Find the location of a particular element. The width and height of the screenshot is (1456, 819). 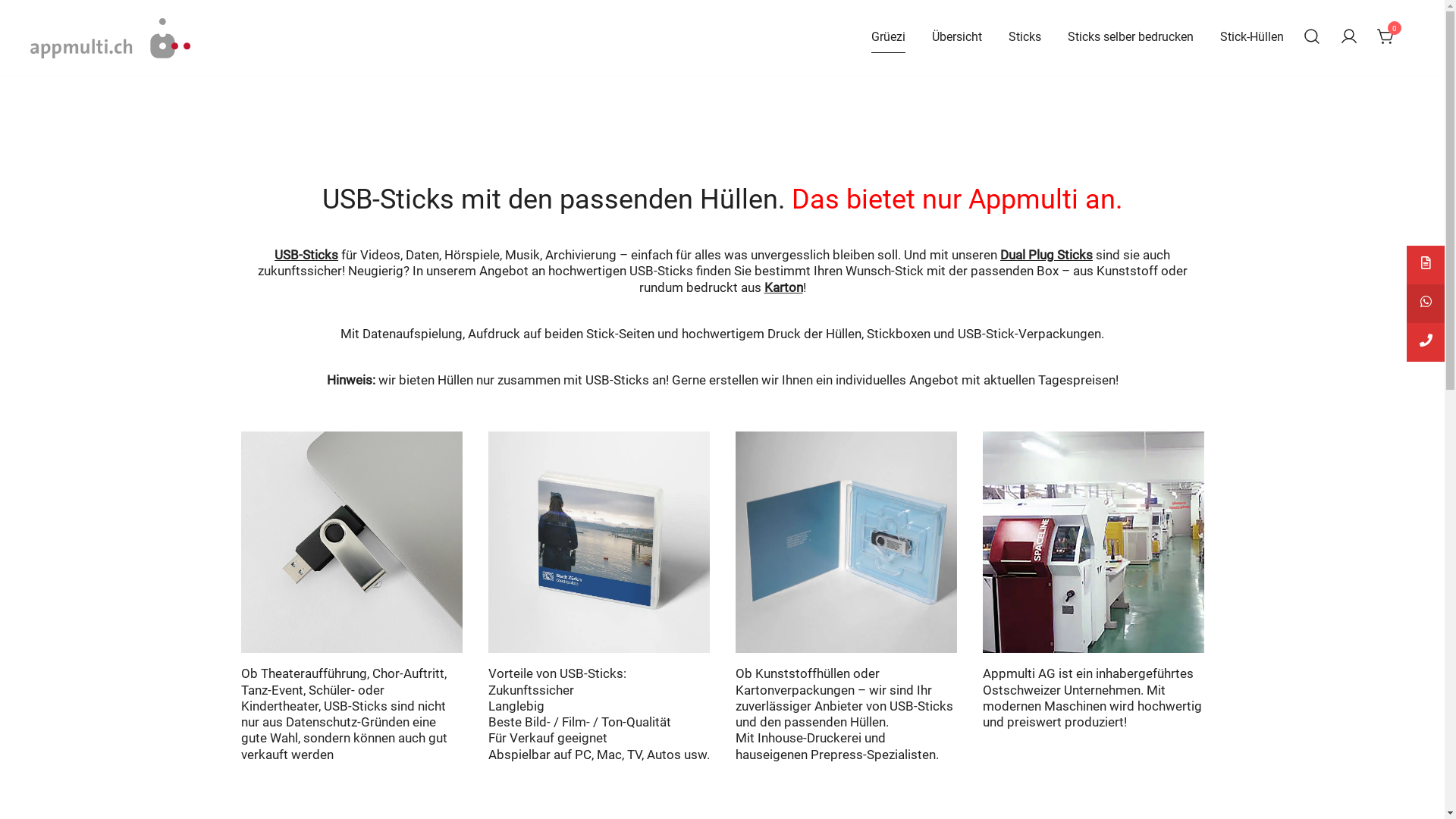

'USB-Sticks' is located at coordinates (305, 253).